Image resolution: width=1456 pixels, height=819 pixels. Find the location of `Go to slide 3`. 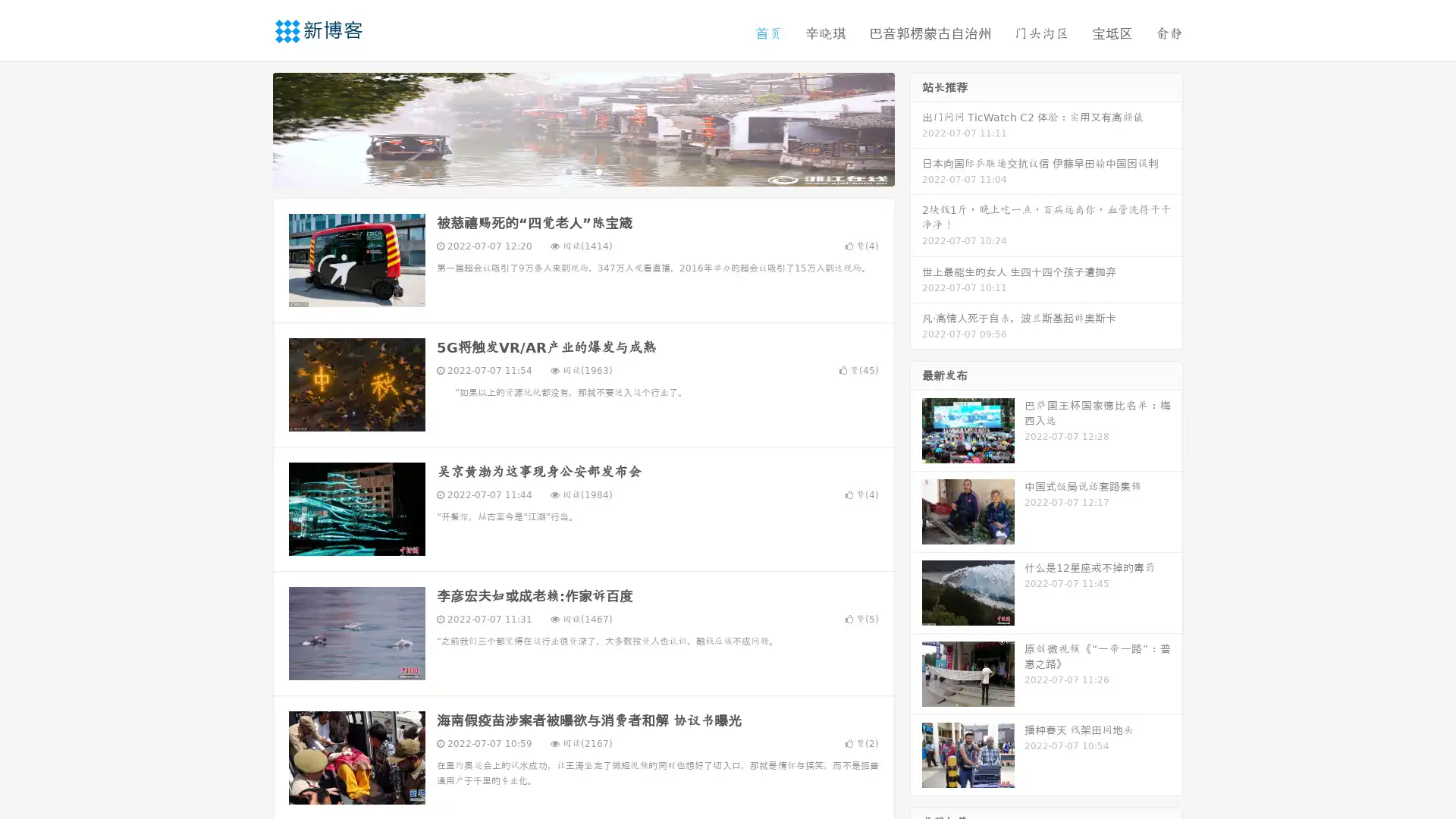

Go to slide 3 is located at coordinates (598, 171).